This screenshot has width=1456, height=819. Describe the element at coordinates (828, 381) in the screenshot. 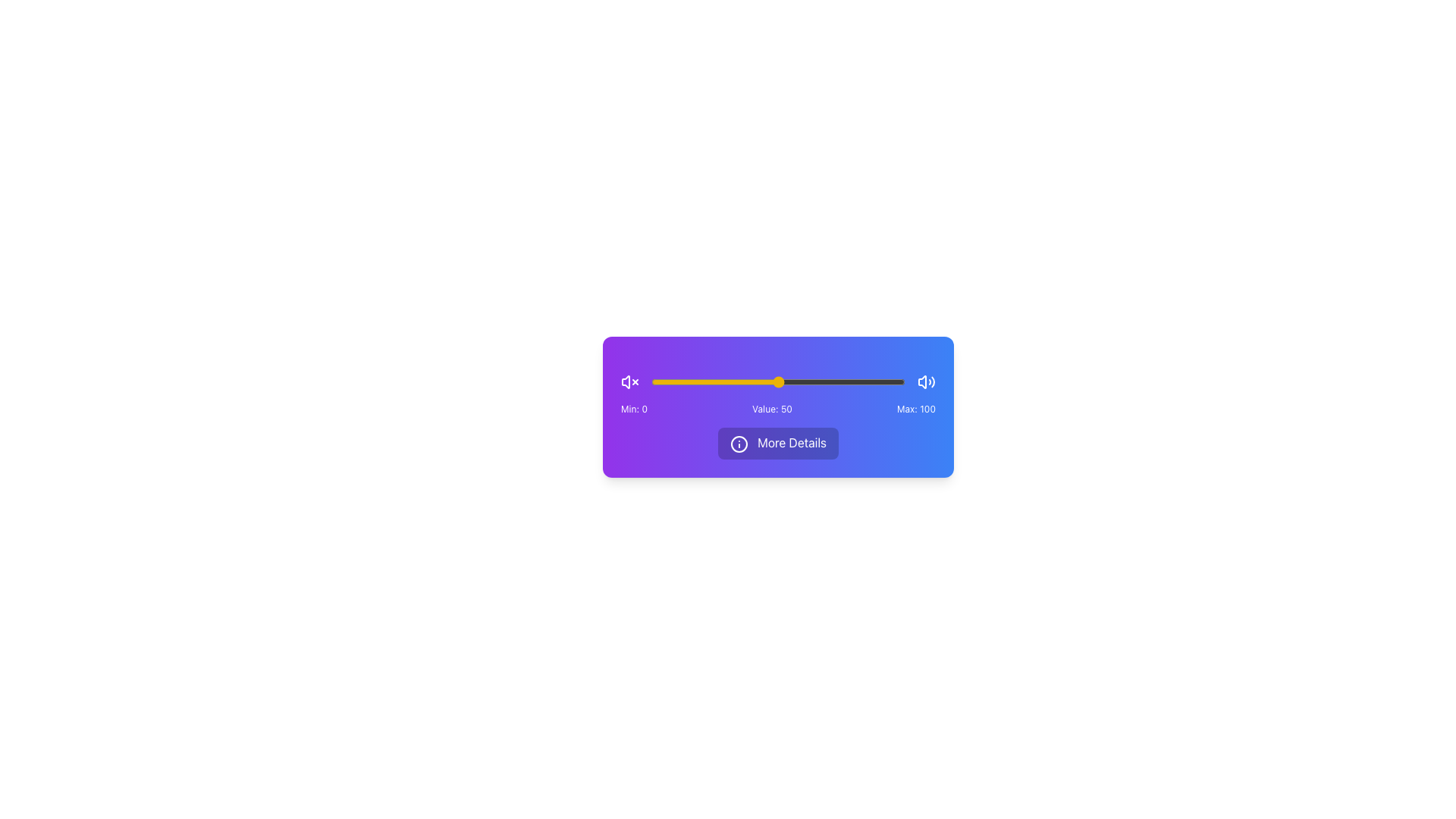

I see `the volume` at that location.